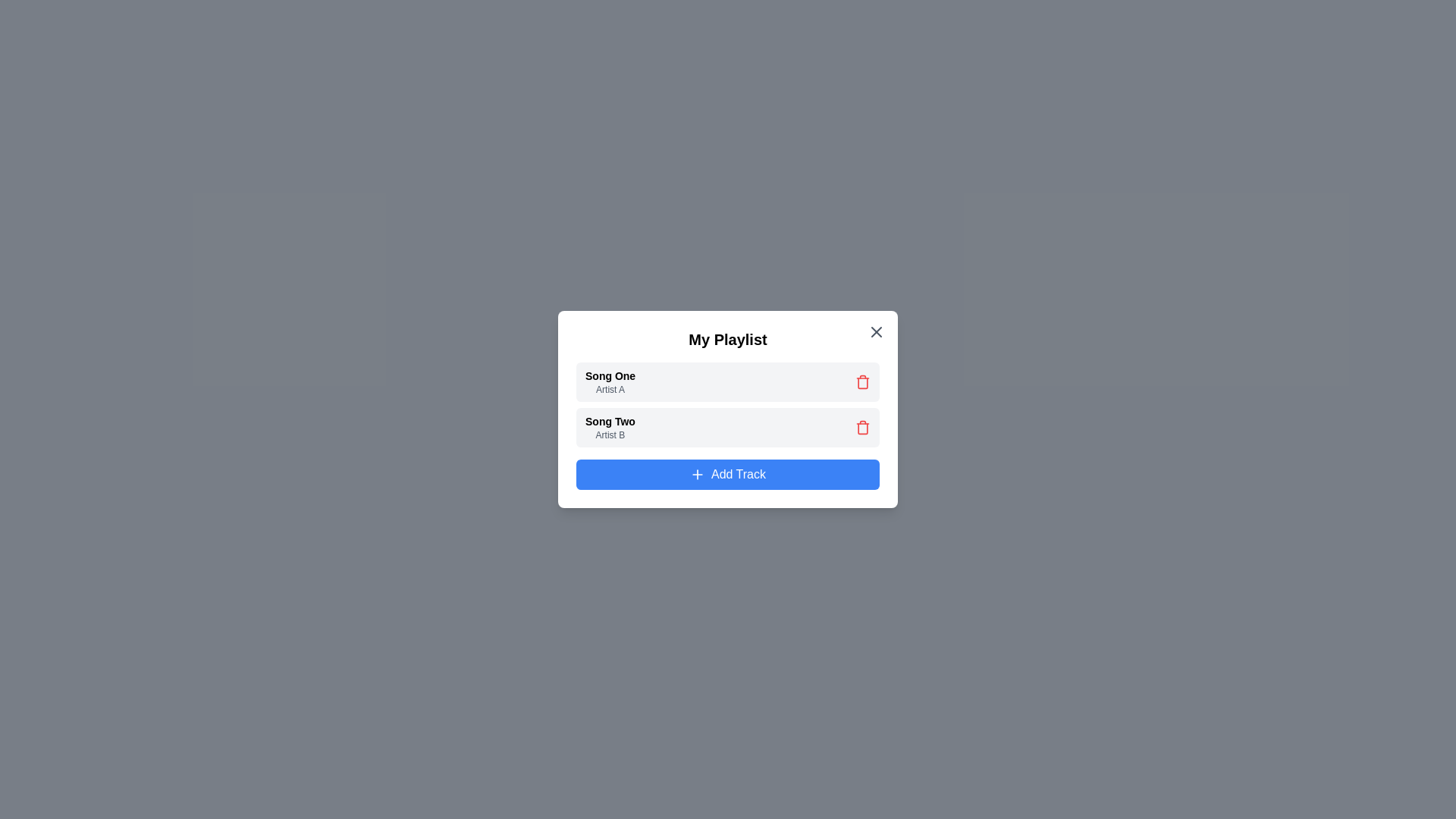  Describe the element at coordinates (610, 381) in the screenshot. I see `the first list item in 'My Playlist' displaying 'Song One' and 'Artist A'` at that location.